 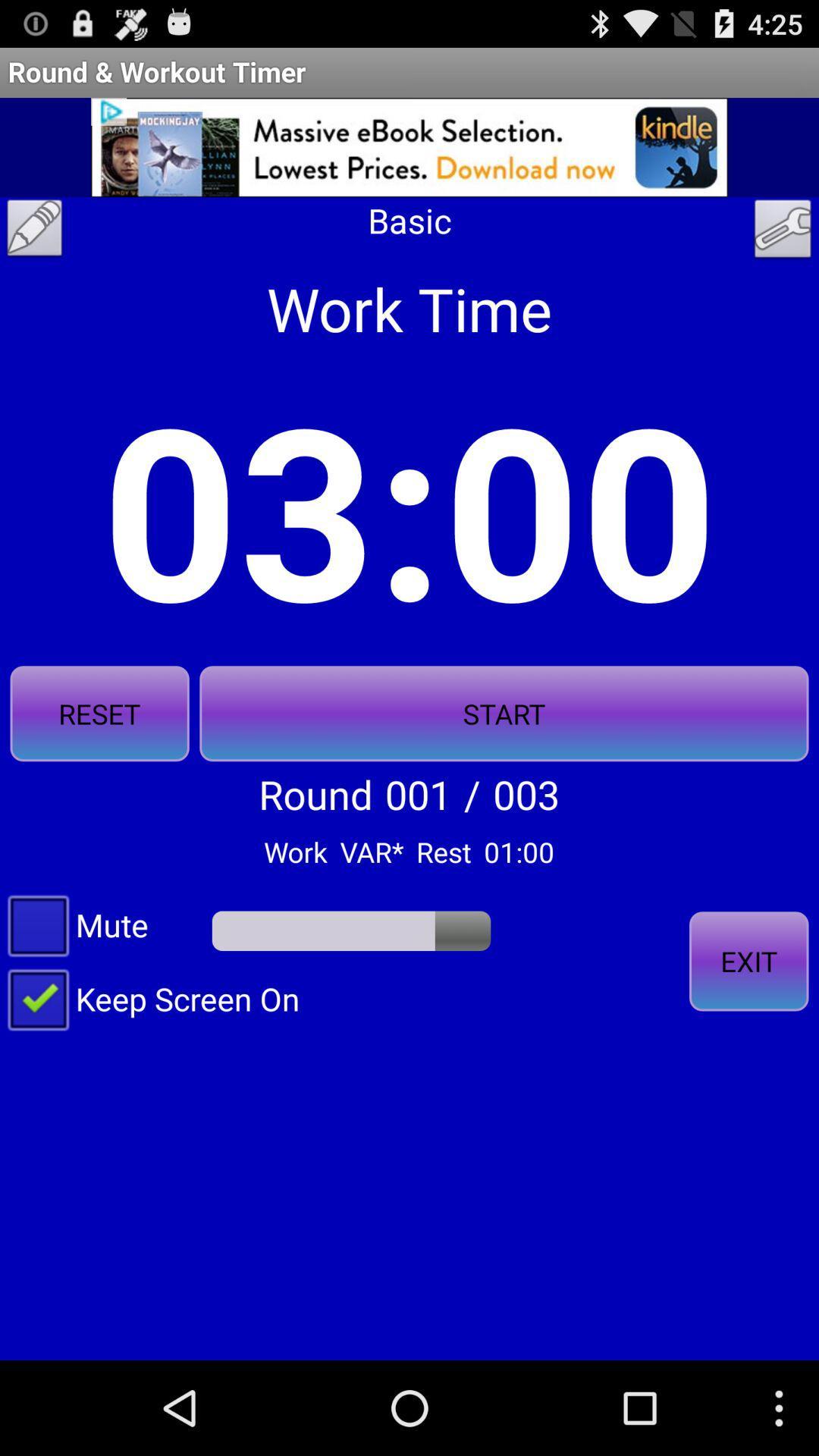 What do you see at coordinates (99, 713) in the screenshot?
I see `app below the 03:00` at bounding box center [99, 713].